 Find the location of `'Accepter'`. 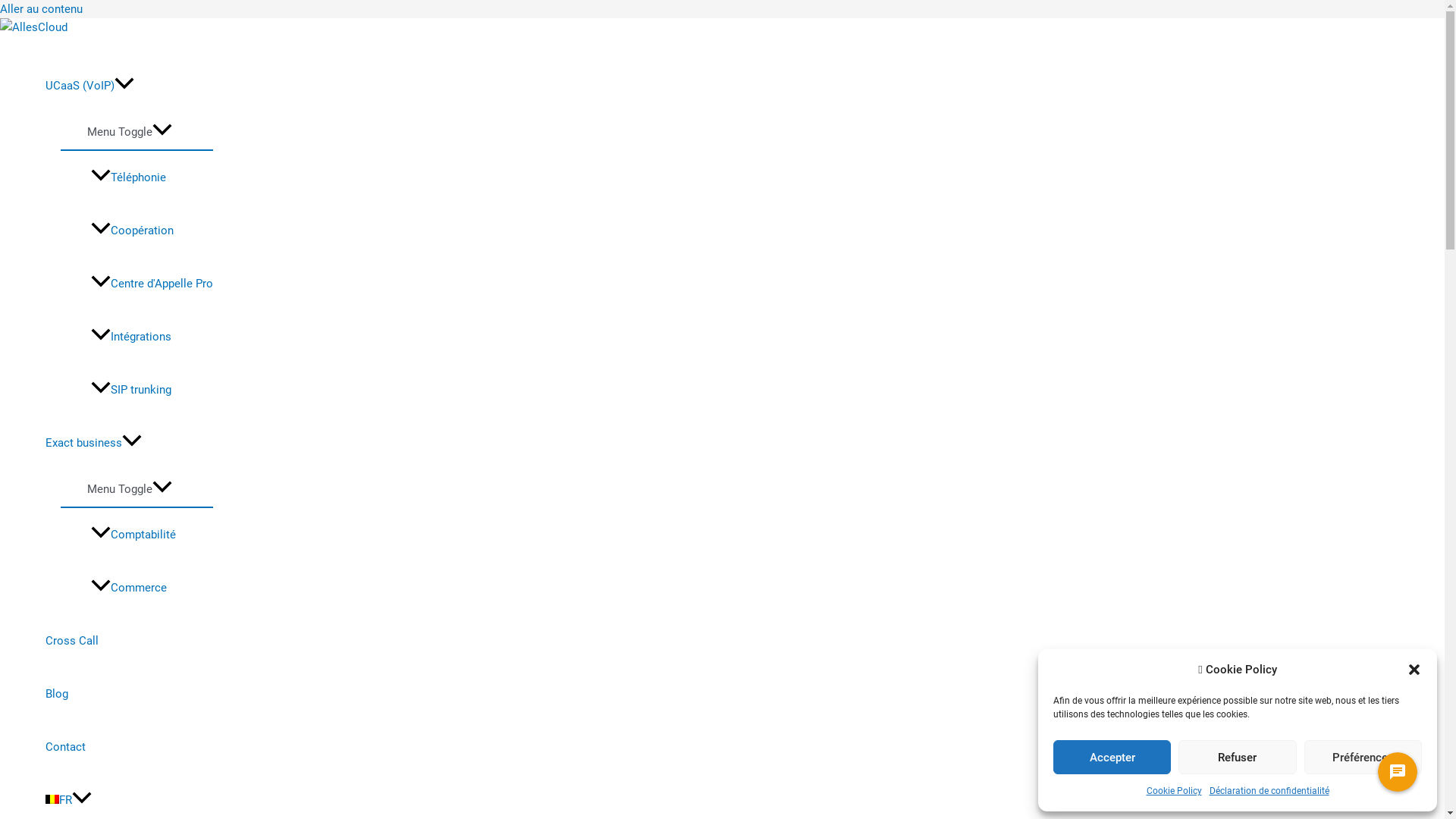

'Accepter' is located at coordinates (1052, 757).